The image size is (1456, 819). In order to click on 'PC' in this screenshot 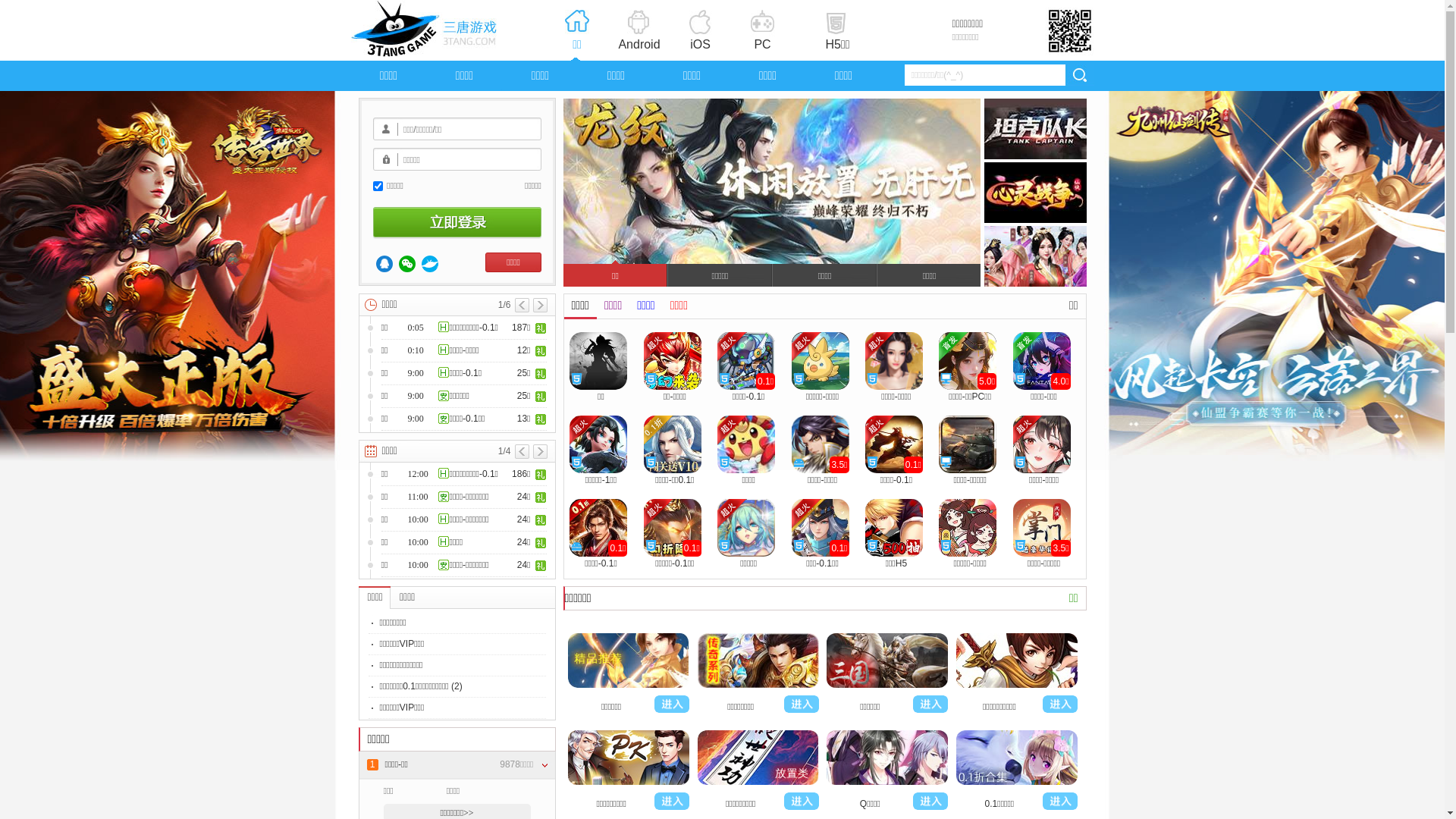, I will do `click(763, 31)`.